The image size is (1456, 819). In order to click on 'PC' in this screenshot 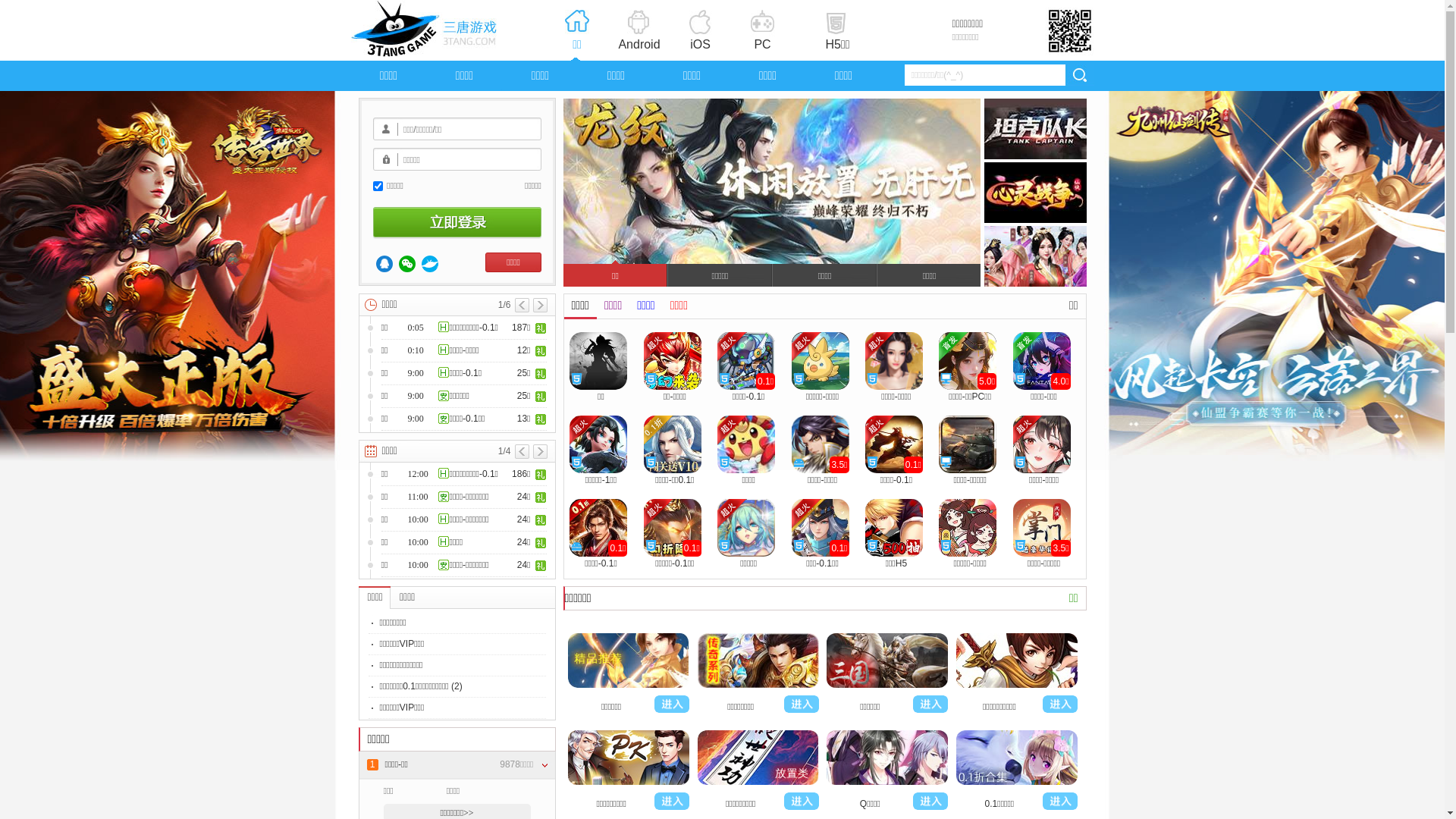, I will do `click(763, 31)`.